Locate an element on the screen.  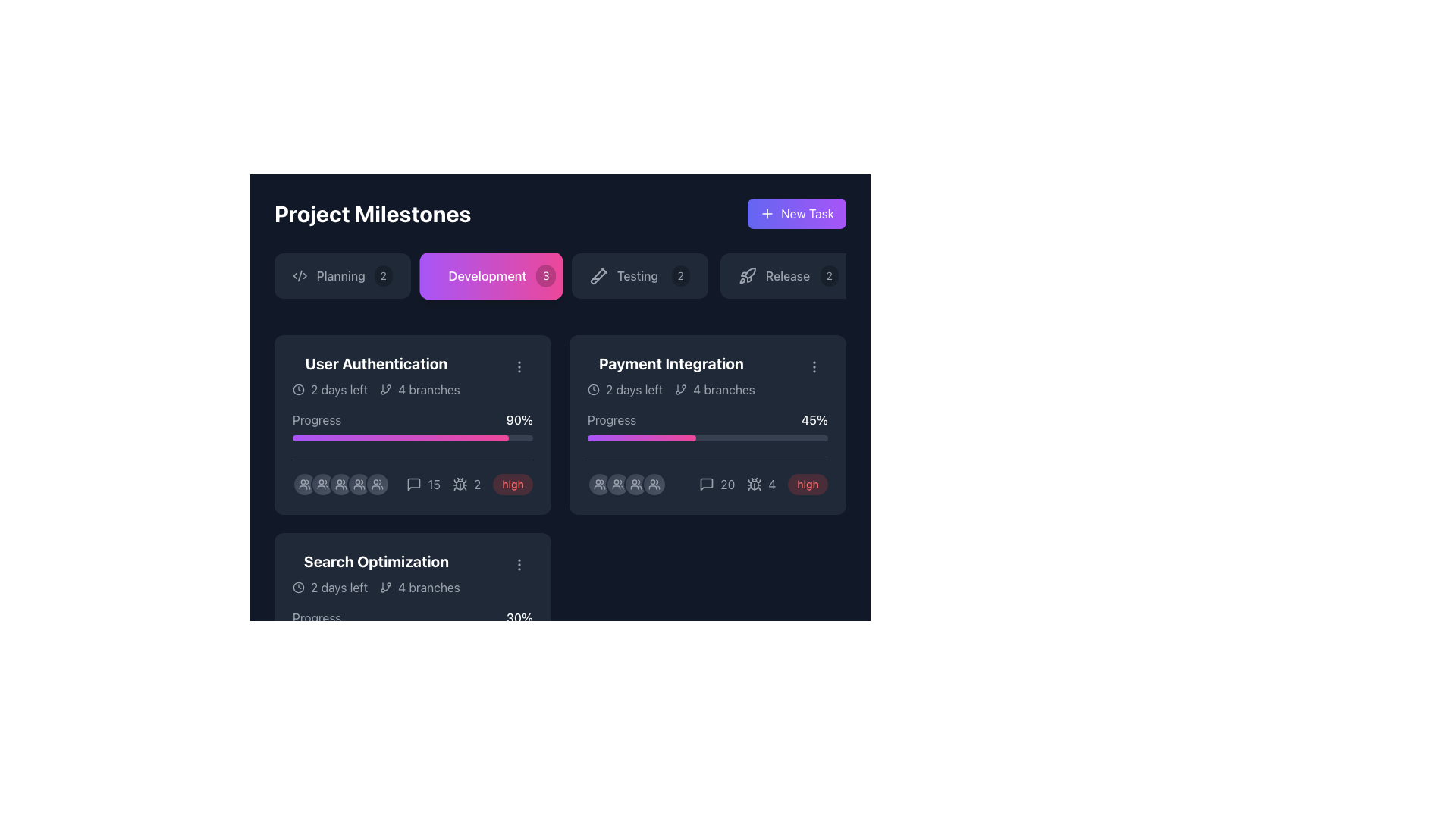
the Icon element that visually represents a clock, located at the center of the clock icon on the 'Search Optimization' card is located at coordinates (298, 587).